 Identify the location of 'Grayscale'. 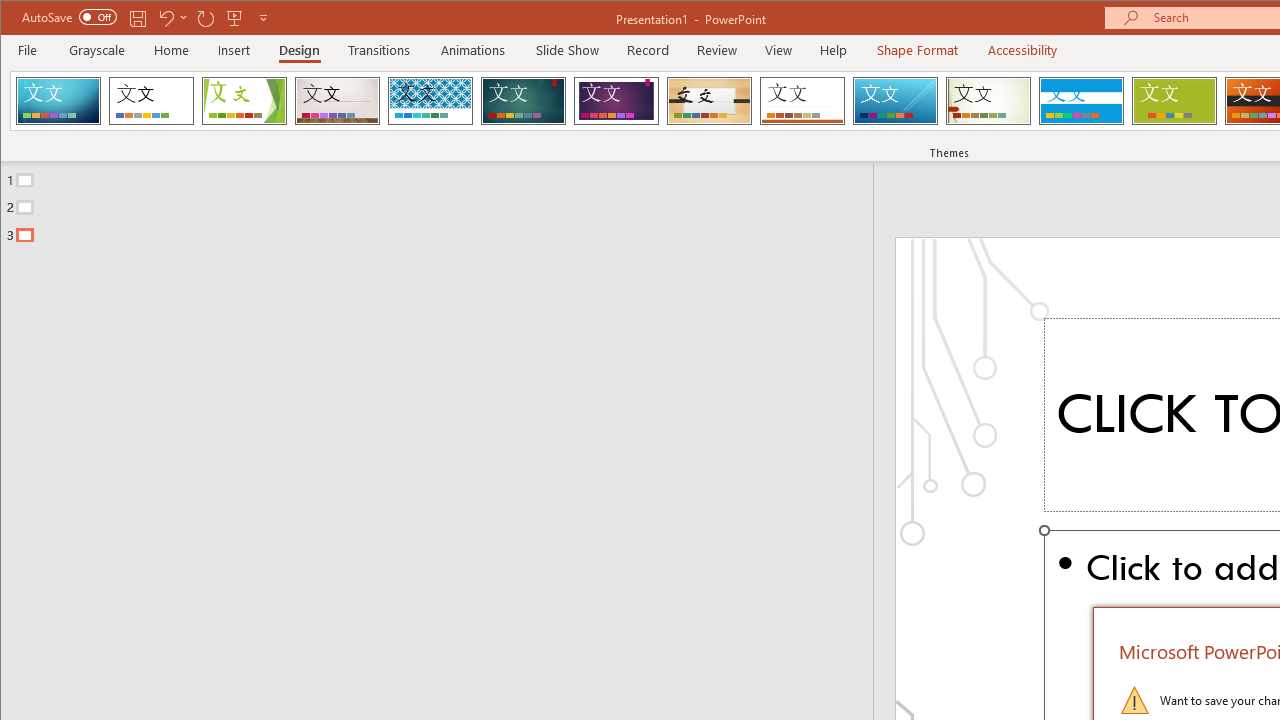
(96, 49).